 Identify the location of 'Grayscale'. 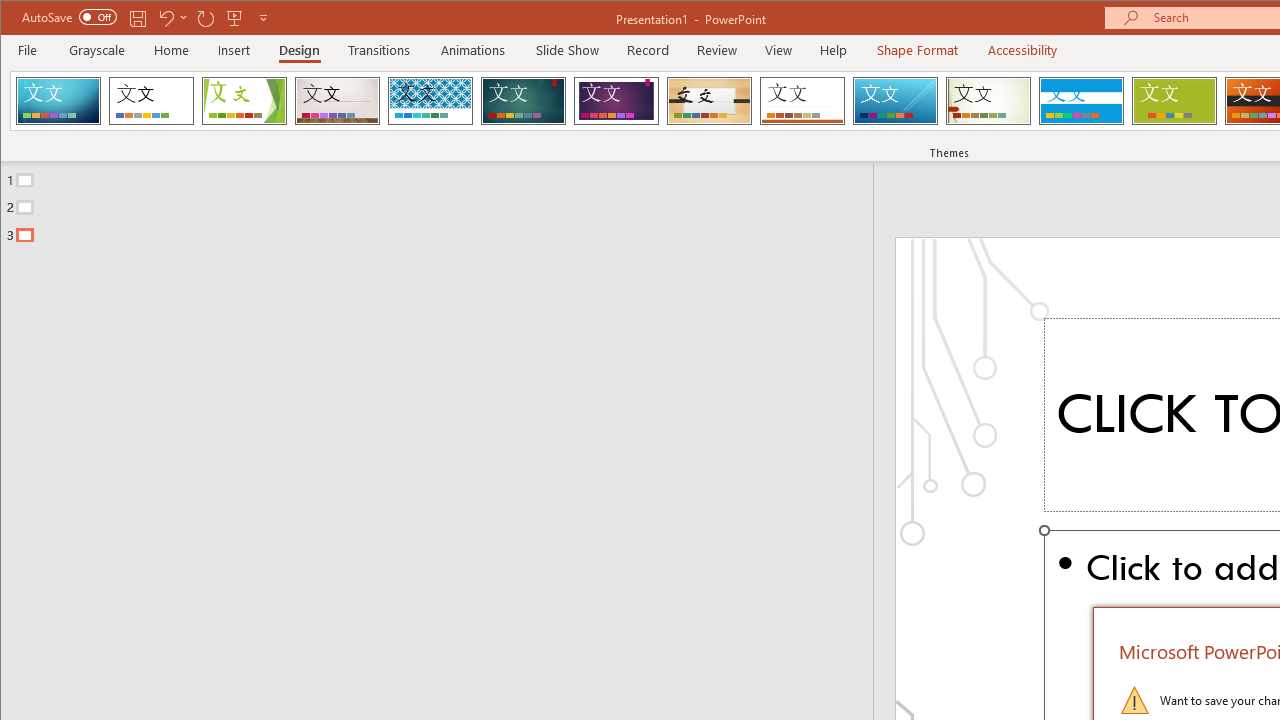
(96, 49).